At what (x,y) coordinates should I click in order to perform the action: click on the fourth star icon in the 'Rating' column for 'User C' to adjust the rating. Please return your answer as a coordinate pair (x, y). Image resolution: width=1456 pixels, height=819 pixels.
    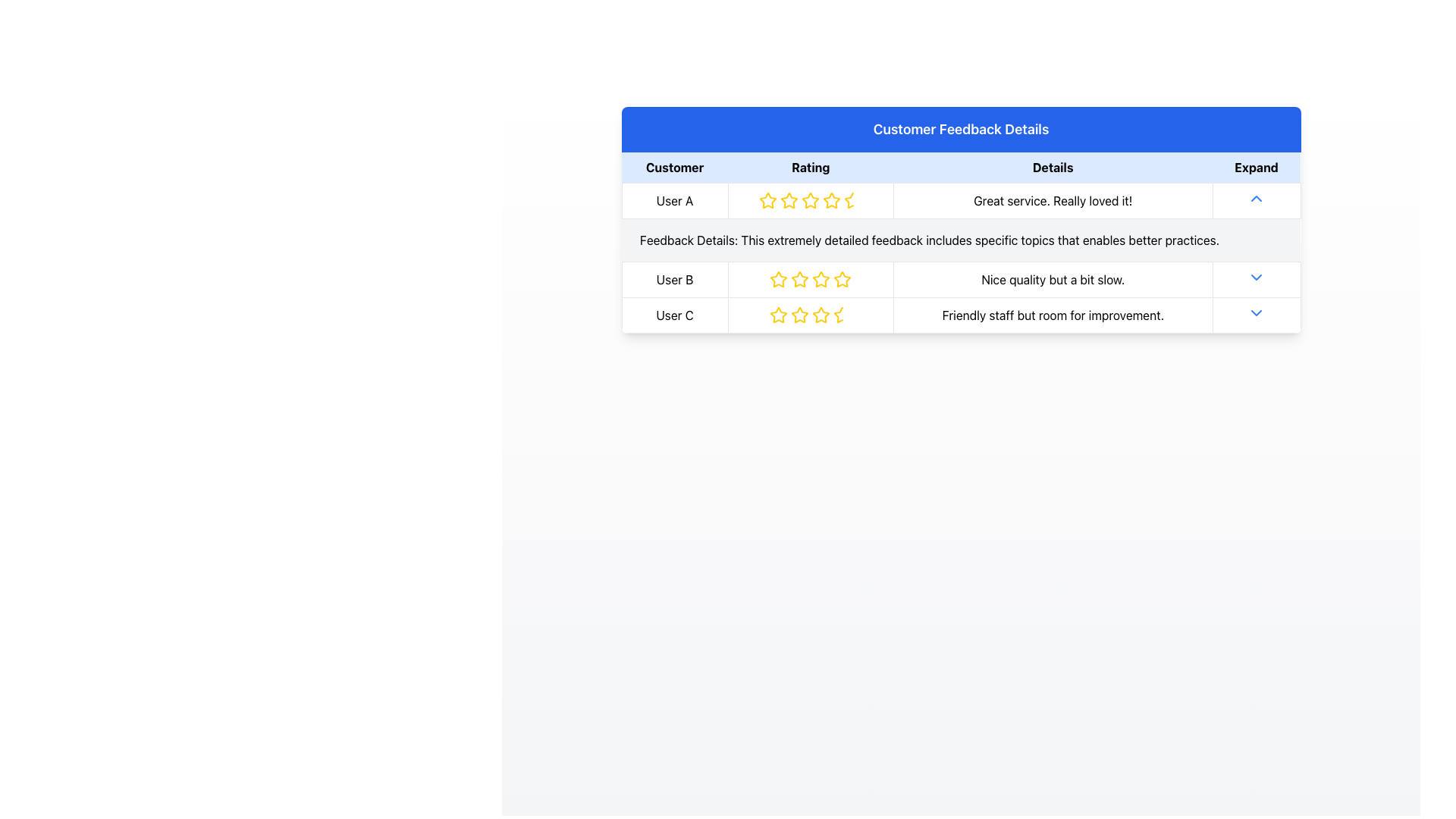
    Looking at the image, I should click on (799, 314).